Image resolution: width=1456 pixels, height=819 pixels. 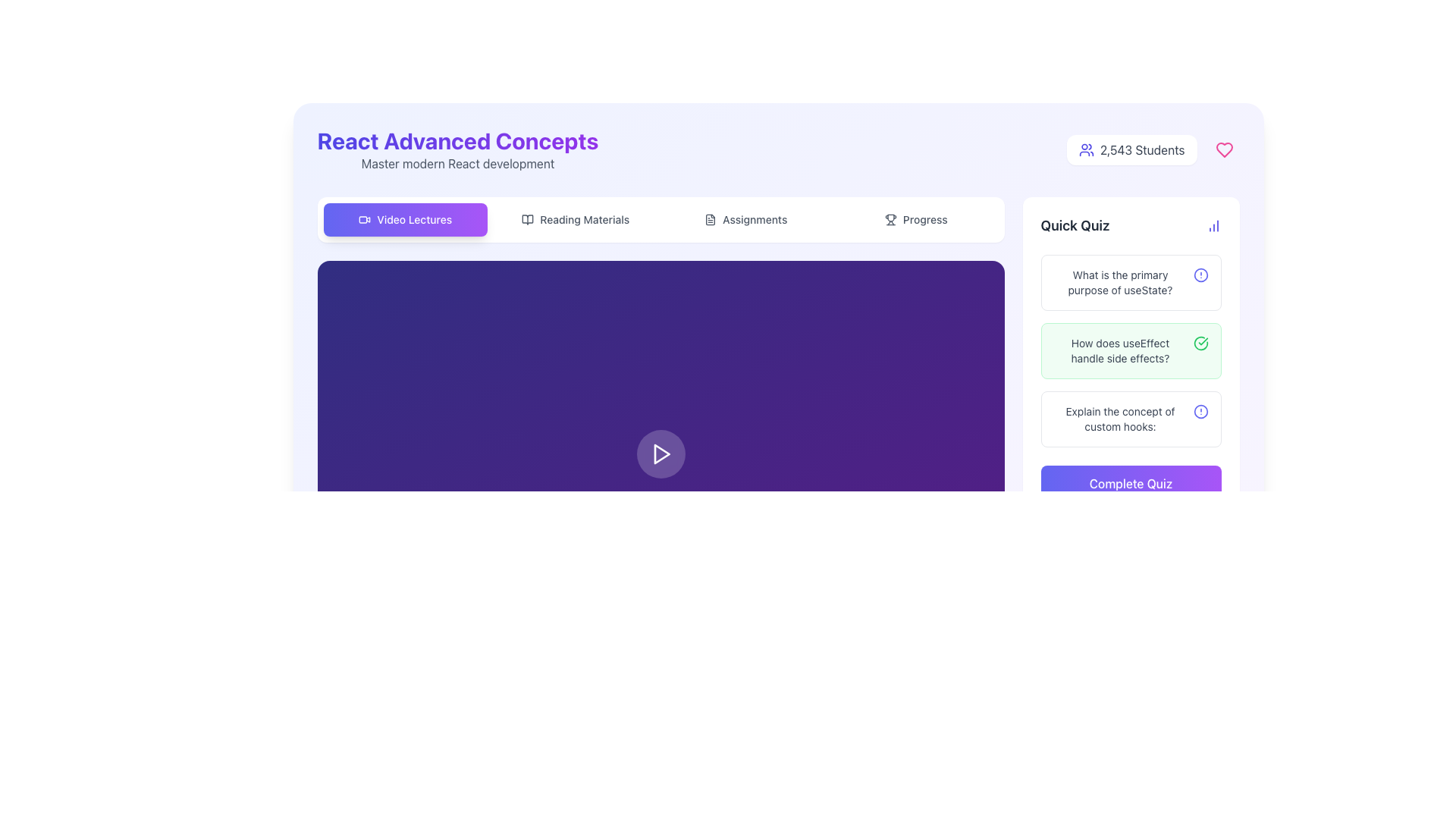 I want to click on the navigation button for video lectures, which is the first button from the left in the horizontal bar located below the title 'React Advanced Concepts', so click(x=405, y=219).